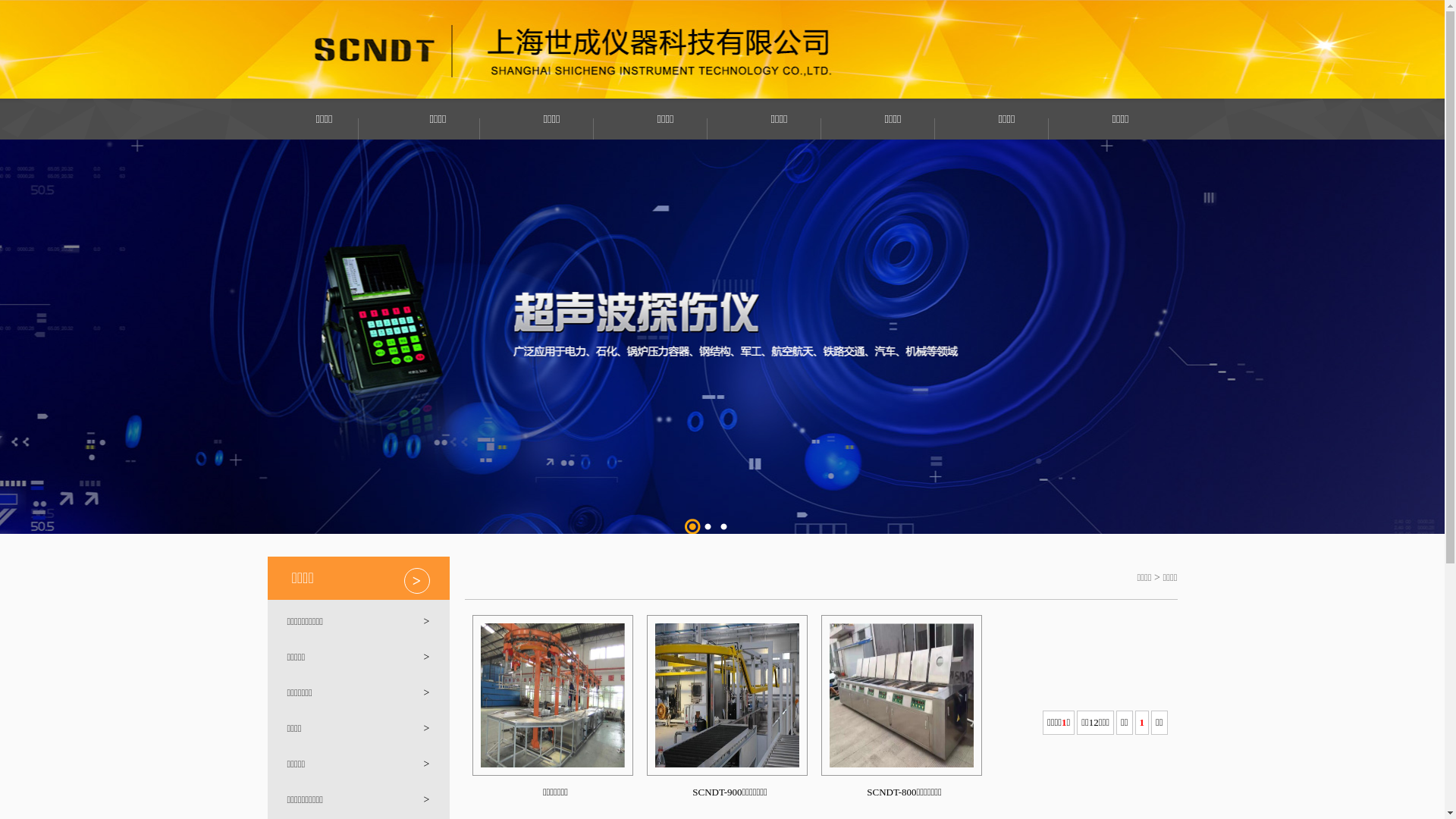 The height and width of the screenshot is (819, 1456). Describe the element at coordinates (715, 526) in the screenshot. I see `'3'` at that location.